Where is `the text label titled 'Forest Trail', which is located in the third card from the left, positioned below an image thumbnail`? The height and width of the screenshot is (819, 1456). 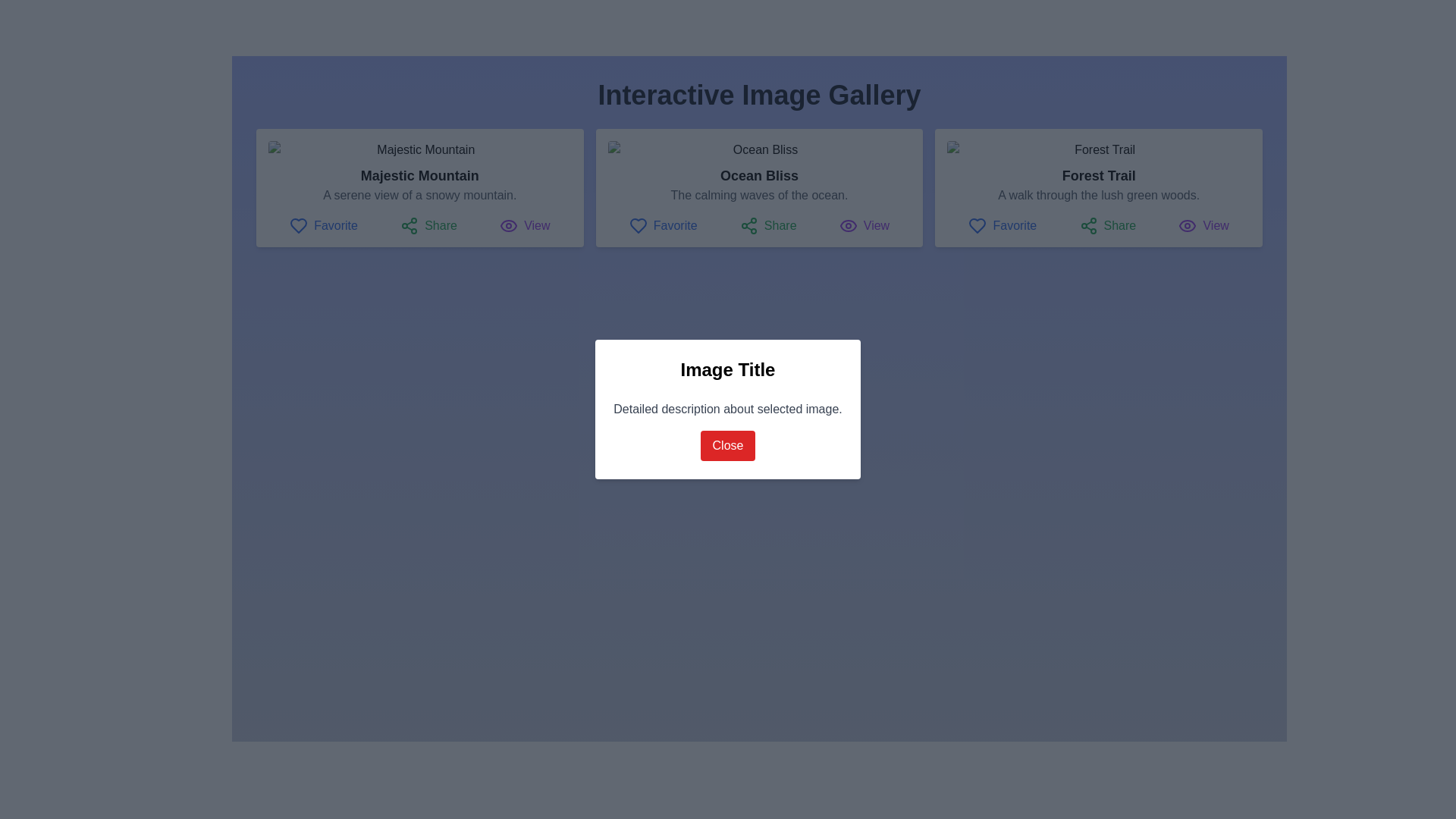 the text label titled 'Forest Trail', which is located in the third card from the left, positioned below an image thumbnail is located at coordinates (1099, 174).